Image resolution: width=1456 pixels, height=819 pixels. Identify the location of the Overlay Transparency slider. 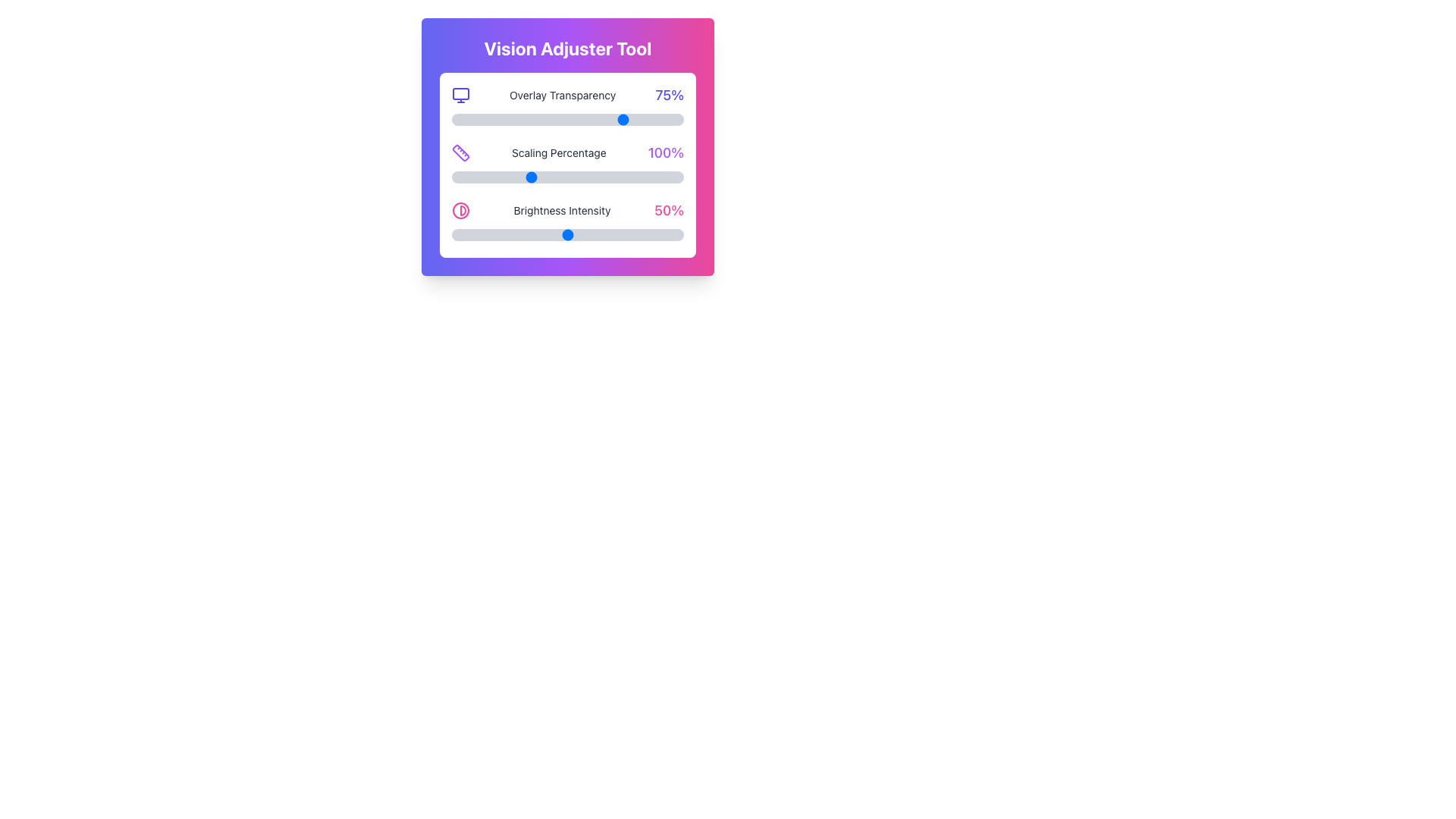
(491, 119).